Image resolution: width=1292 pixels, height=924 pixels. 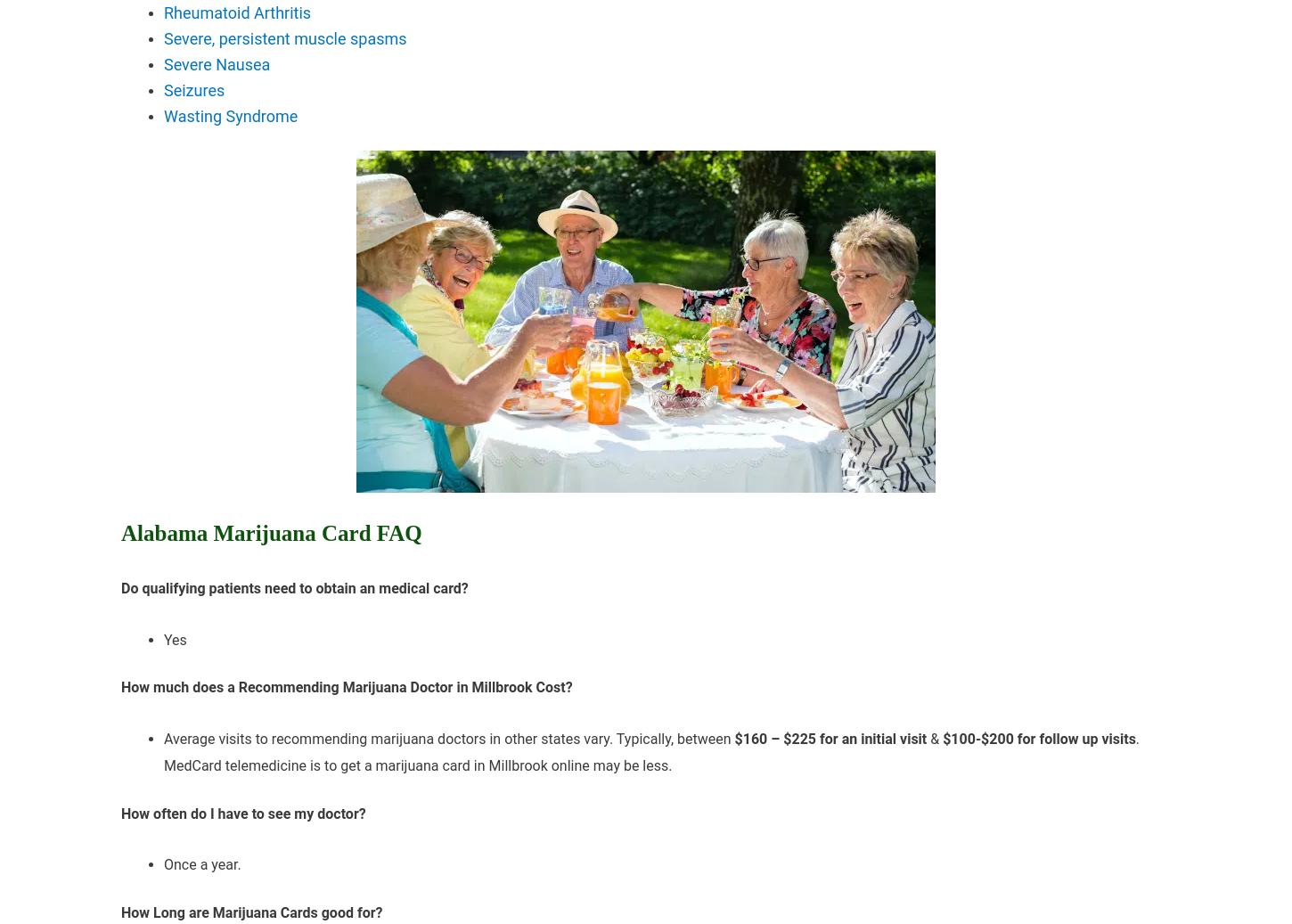 I want to click on 'Average visits to recommending marijuana doctors in other states vary. Typically, between', so click(x=449, y=739).